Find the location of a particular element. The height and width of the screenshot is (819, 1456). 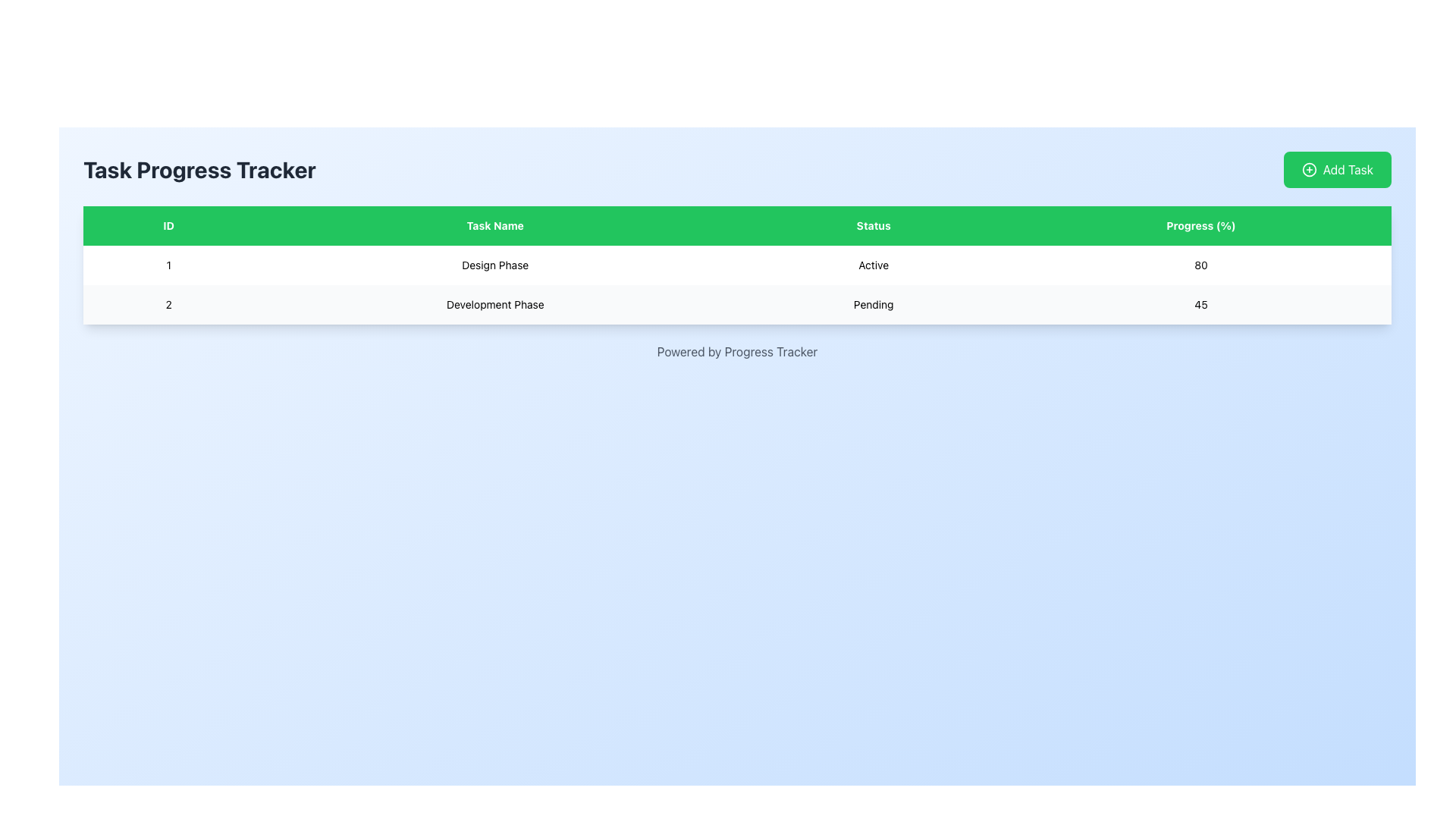

displayed text in the fourth cell of the table row representing the 'Design Phase' project, which shows the progress percentage value '80' is located at coordinates (1200, 265).